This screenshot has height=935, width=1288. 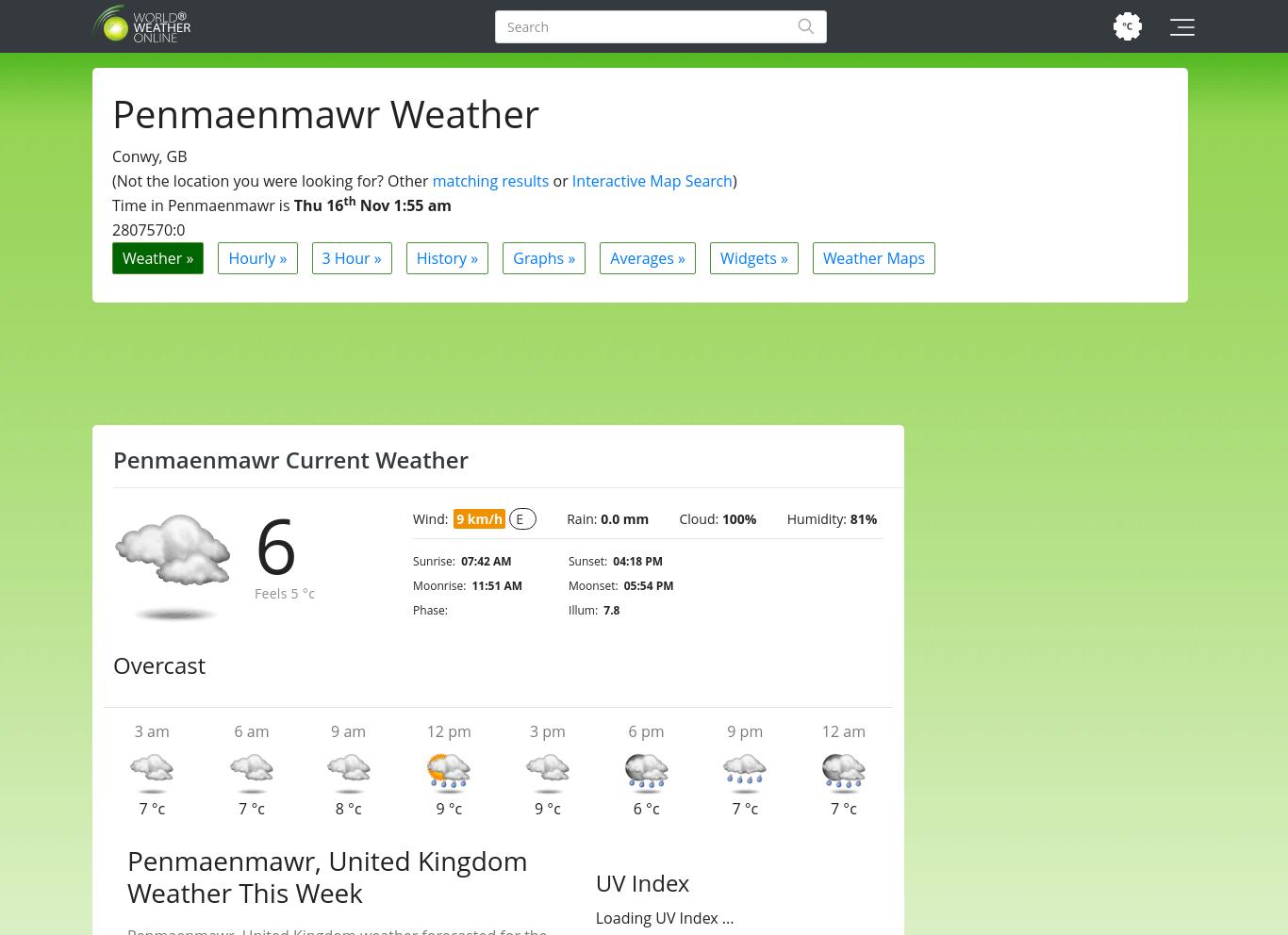 I want to click on 'Interactive Map Search', so click(x=652, y=179).